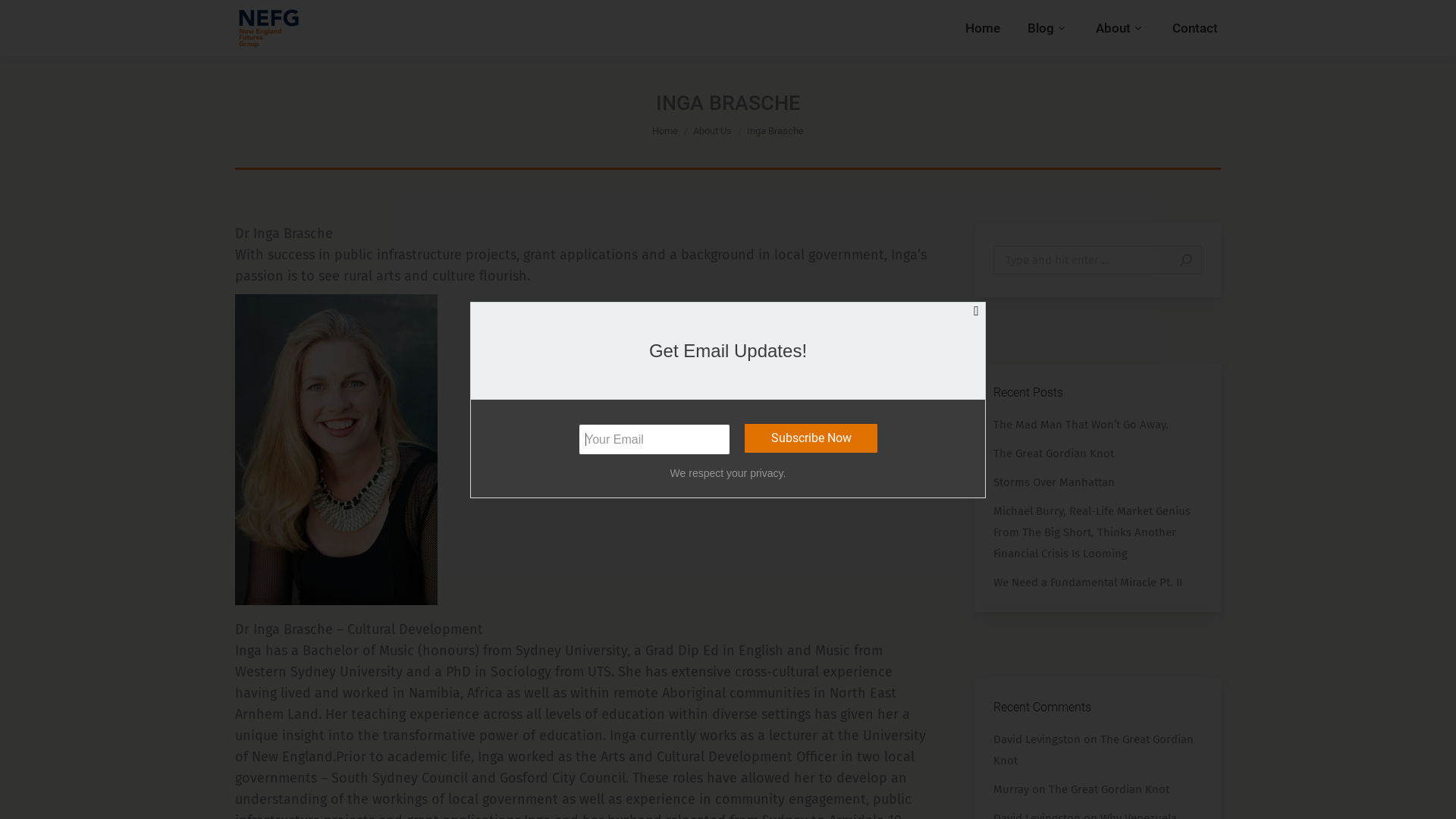  What do you see at coordinates (1163, 259) in the screenshot?
I see `'Go!'` at bounding box center [1163, 259].